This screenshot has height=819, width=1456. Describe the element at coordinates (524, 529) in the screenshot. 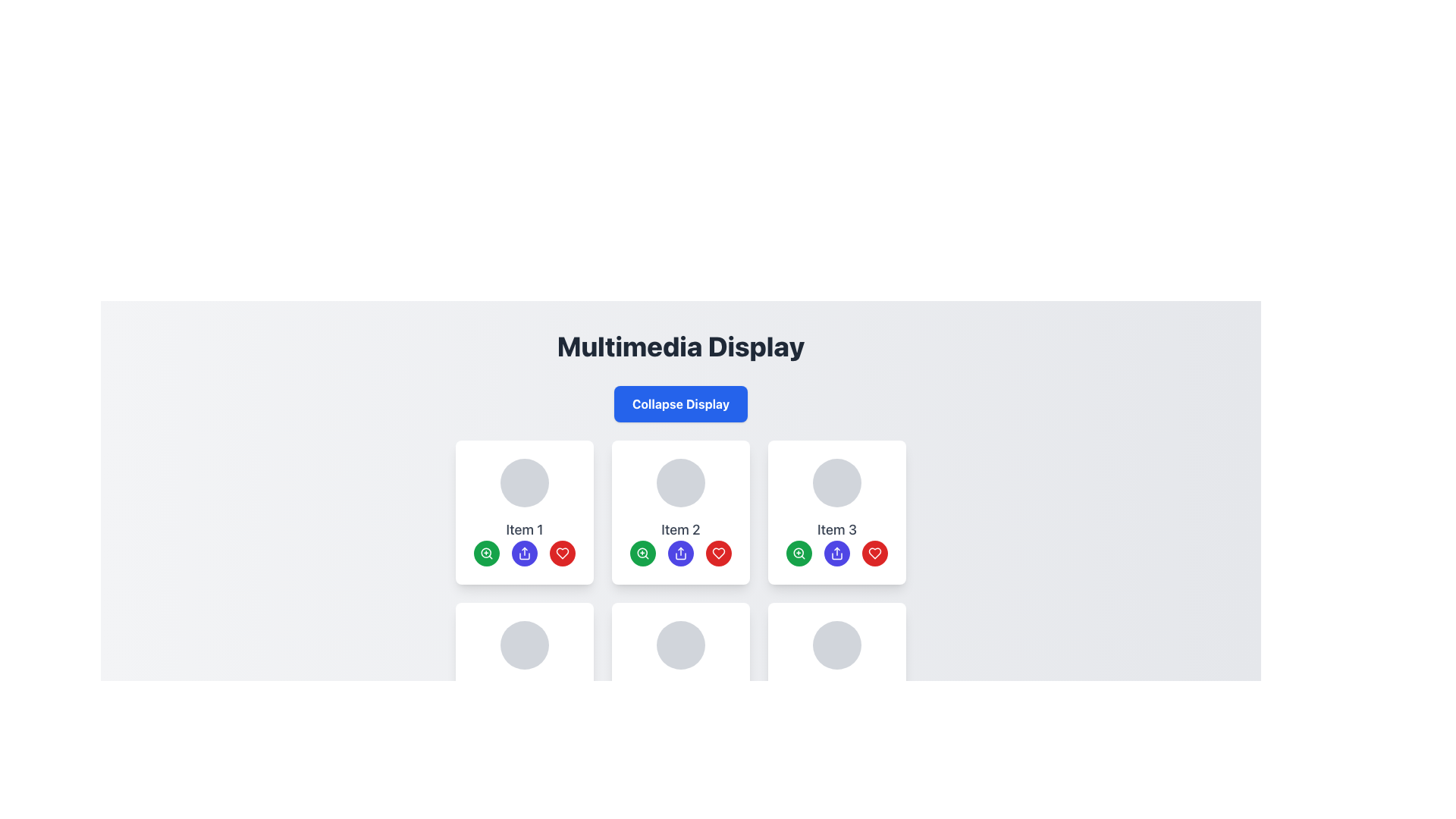

I see `the static label reading 'Item 1', which is centered in the first card of the grid, positioned below a circular icon and above three action buttons` at that location.